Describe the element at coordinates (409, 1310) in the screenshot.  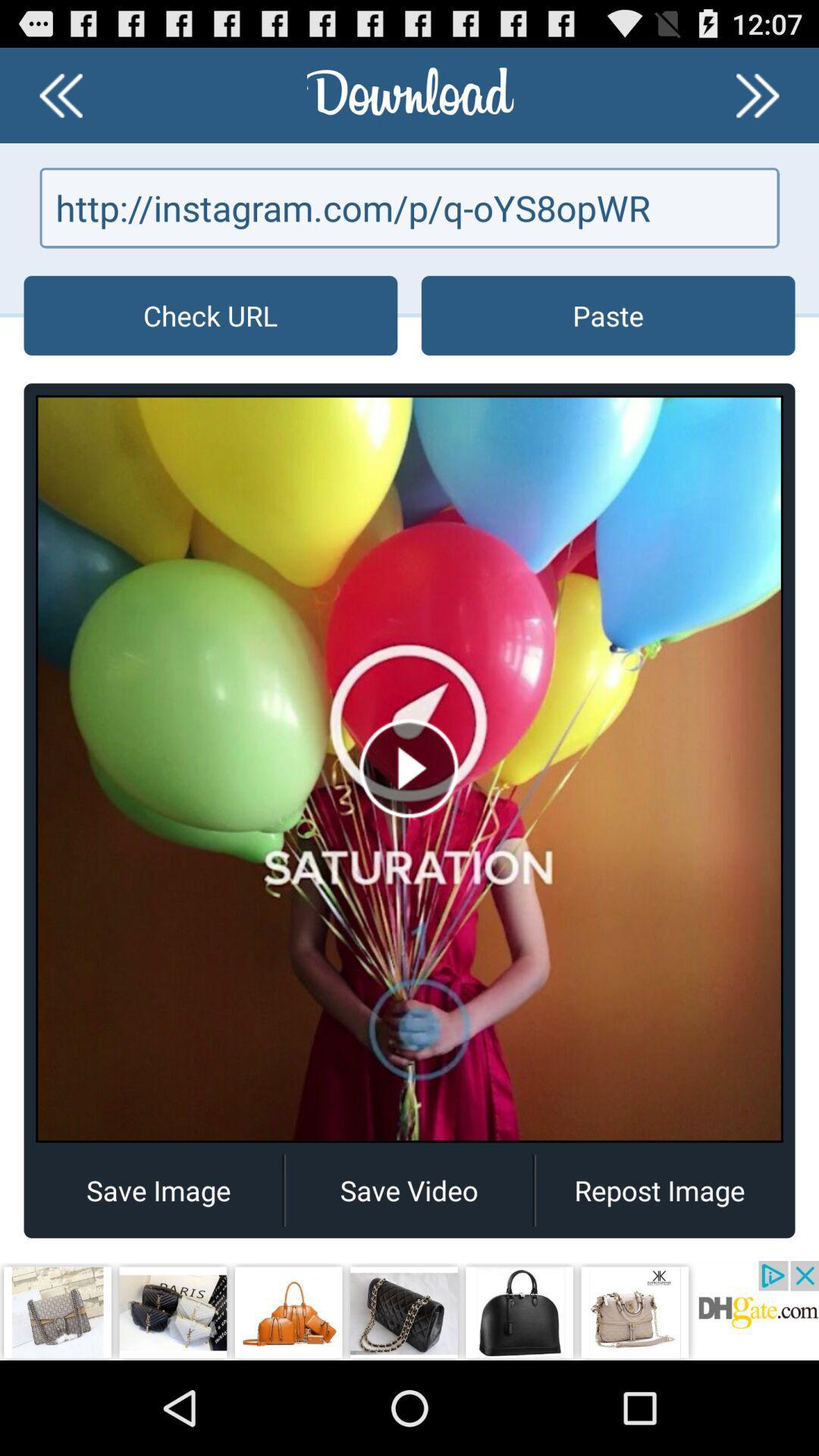
I see `advertisement page` at that location.